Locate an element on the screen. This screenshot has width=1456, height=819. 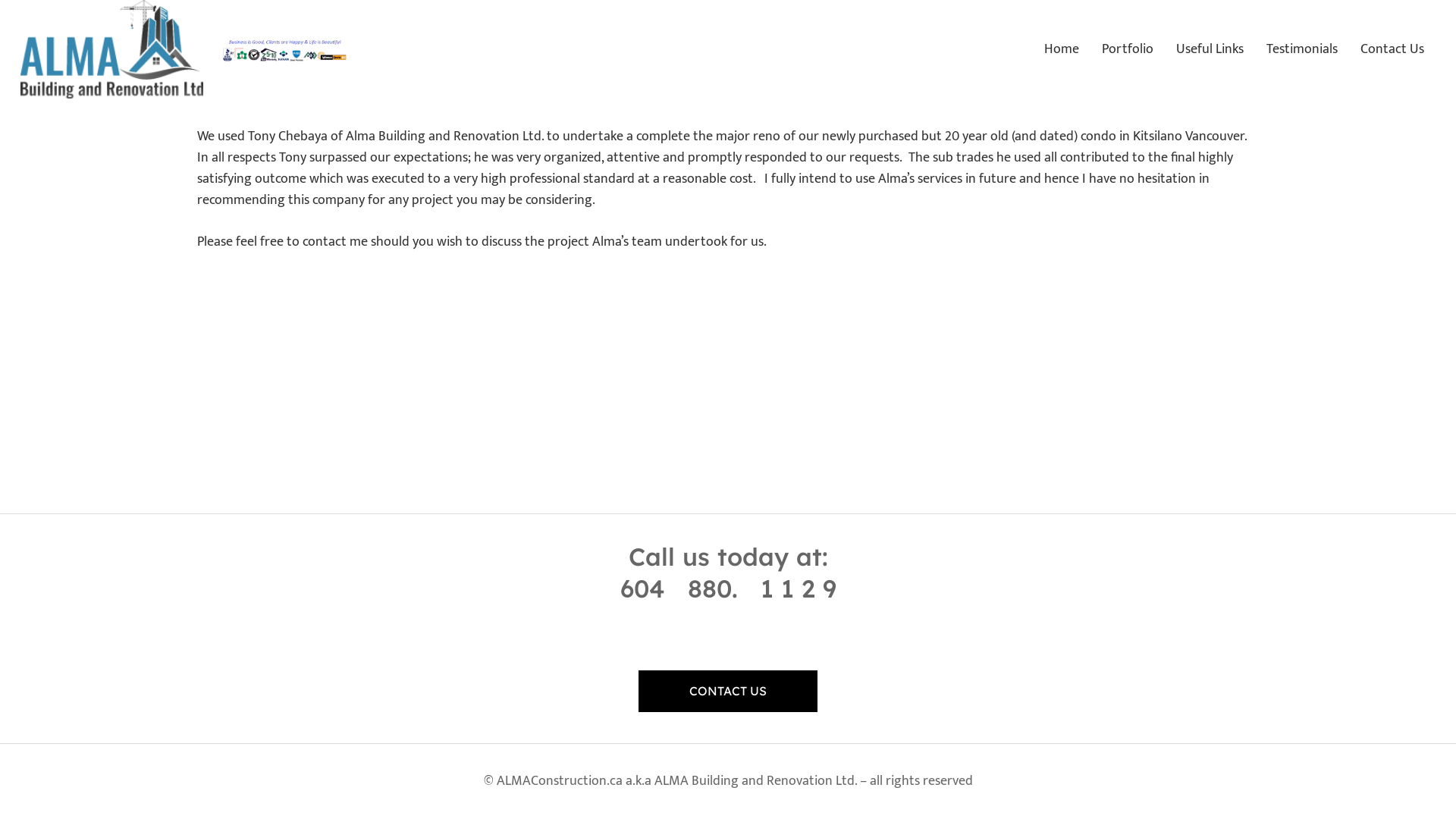
'Useful Links' is located at coordinates (1164, 49).